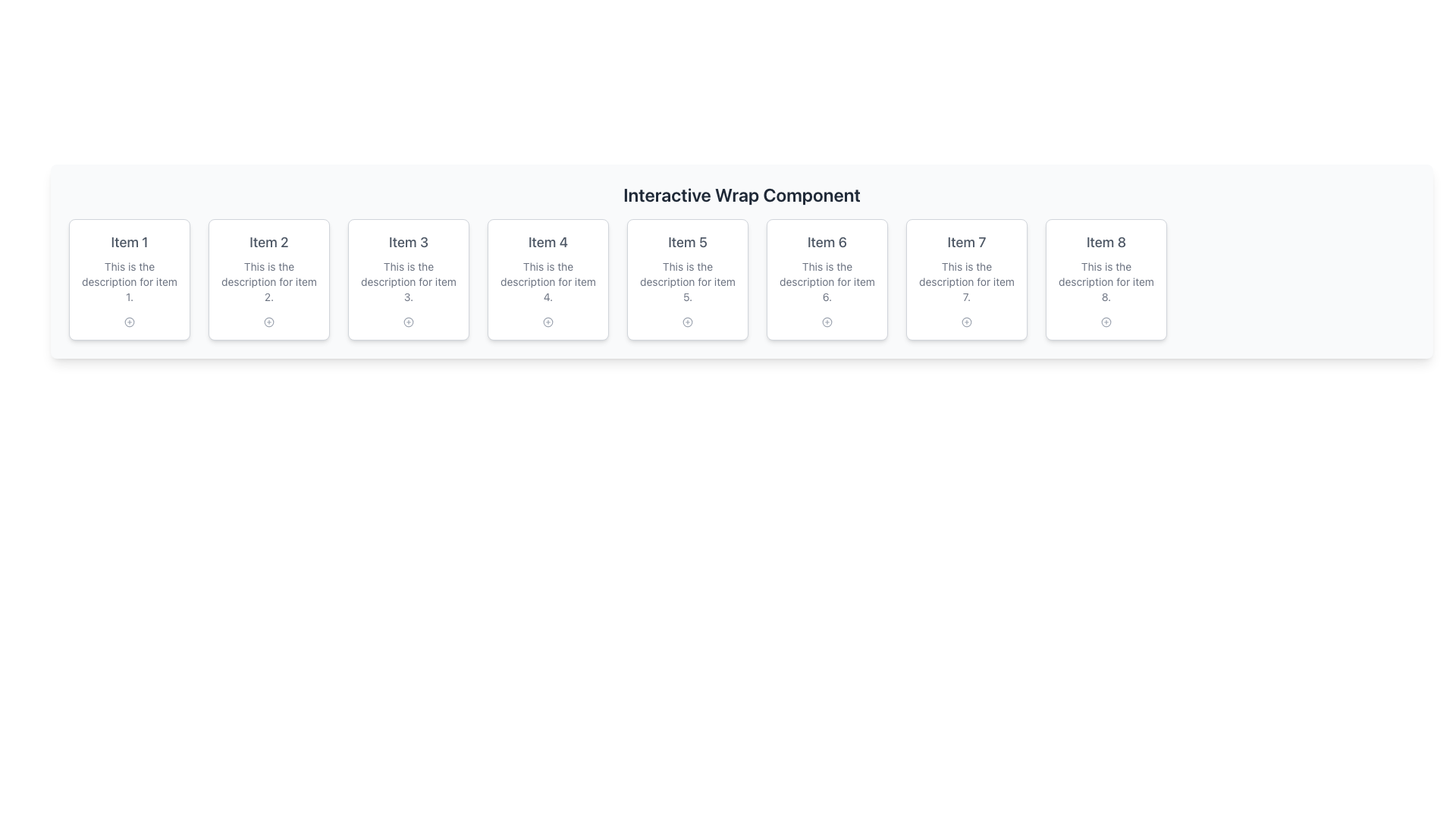 The width and height of the screenshot is (1456, 819). Describe the element at coordinates (269, 242) in the screenshot. I see `text label displaying 'Item 2', which is located at the top-center position of the card in a horizontal lineup of similar cards` at that location.